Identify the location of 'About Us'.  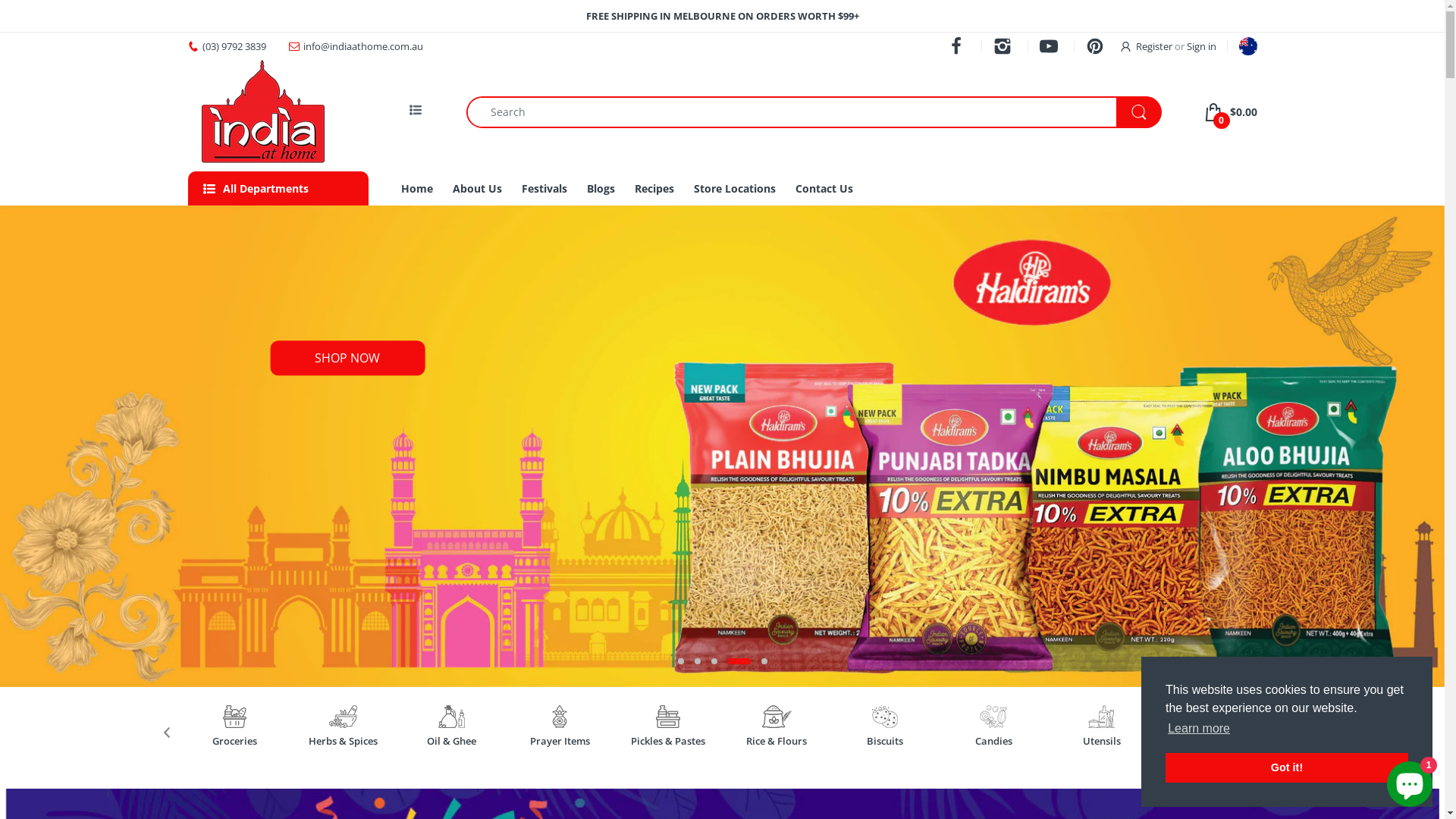
(476, 187).